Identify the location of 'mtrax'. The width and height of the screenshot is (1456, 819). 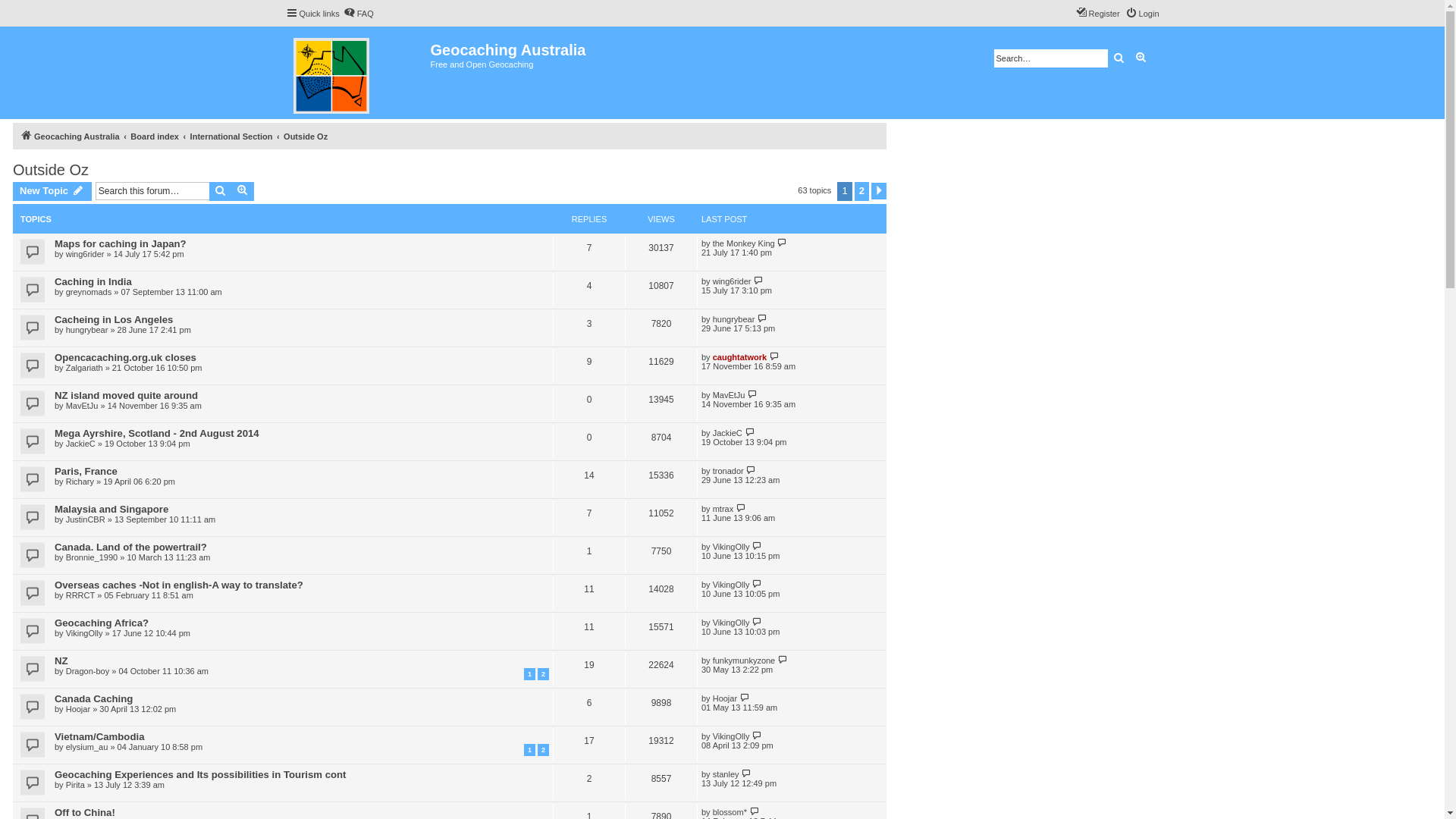
(723, 509).